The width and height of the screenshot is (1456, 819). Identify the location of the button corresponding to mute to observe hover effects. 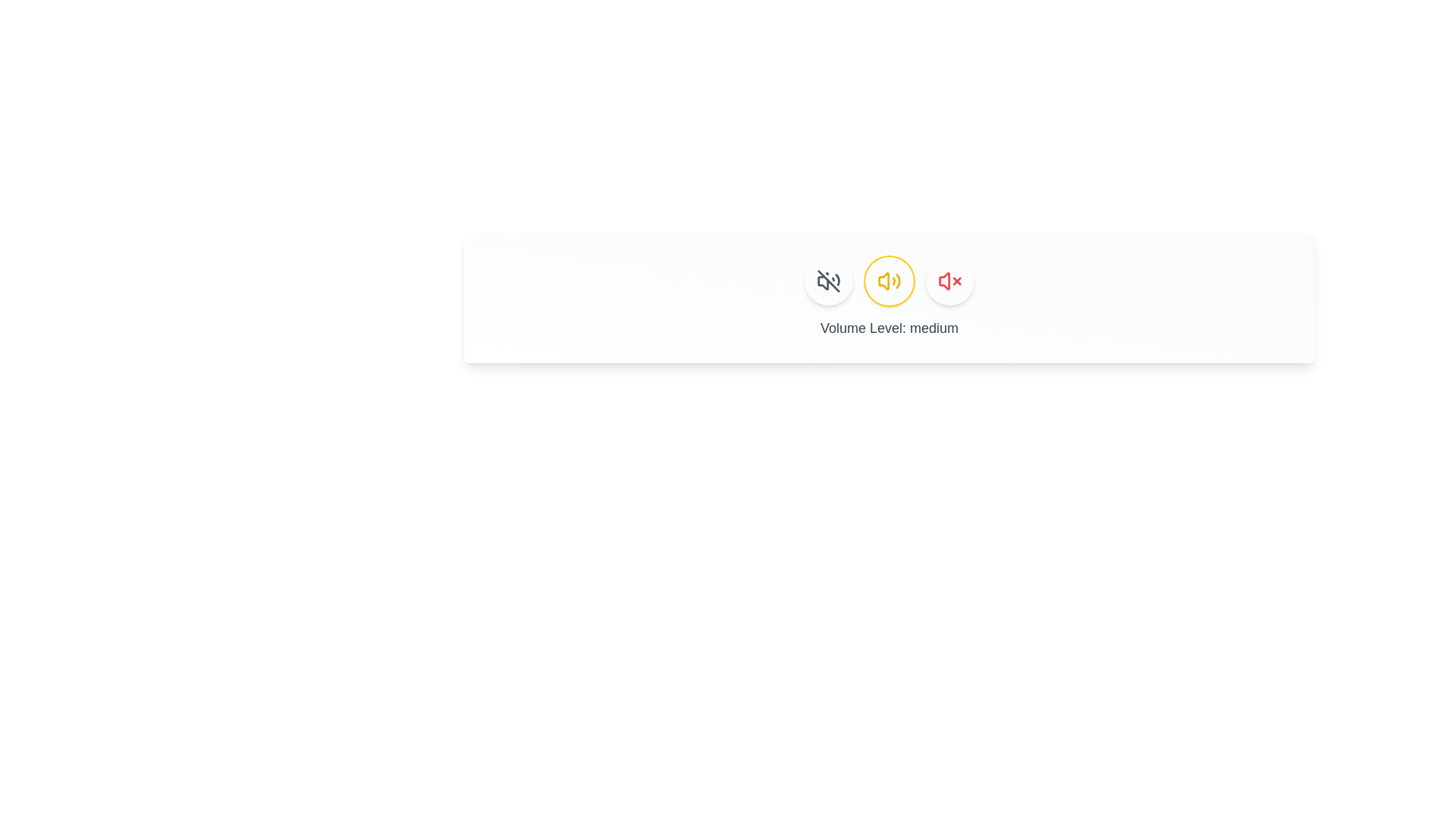
(828, 281).